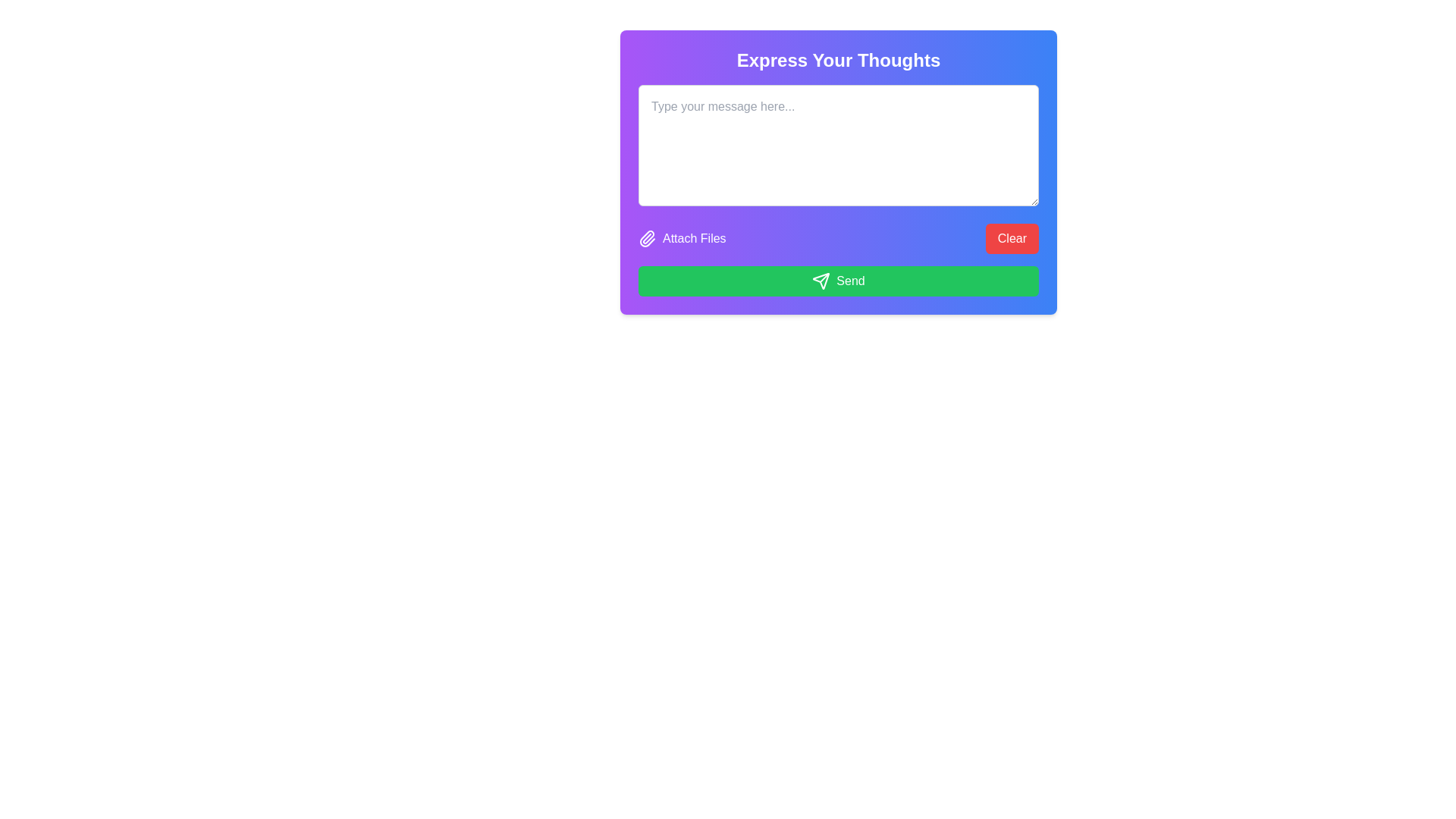  Describe the element at coordinates (693, 239) in the screenshot. I see `the text label that serves as an option to attach files` at that location.